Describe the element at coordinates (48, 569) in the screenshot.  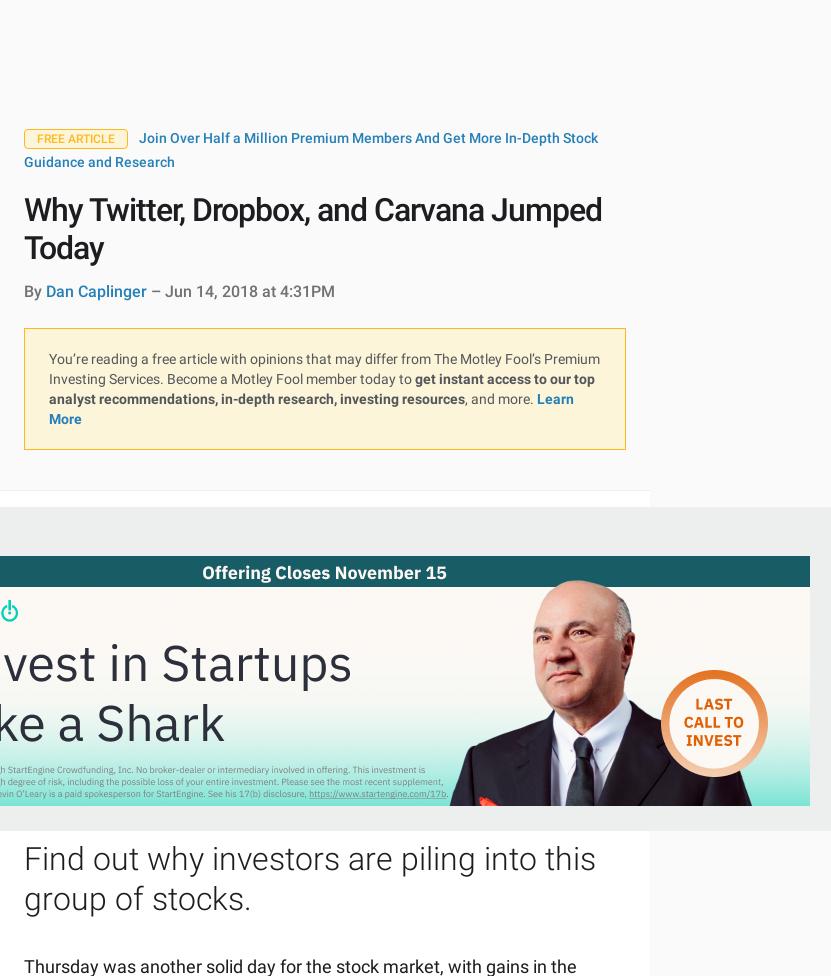
I see `'Calculated by average return of all stock recommendations since inception of the Stock Advisor service in February of 2002. Returns as of 11/09/2023.'` at that location.